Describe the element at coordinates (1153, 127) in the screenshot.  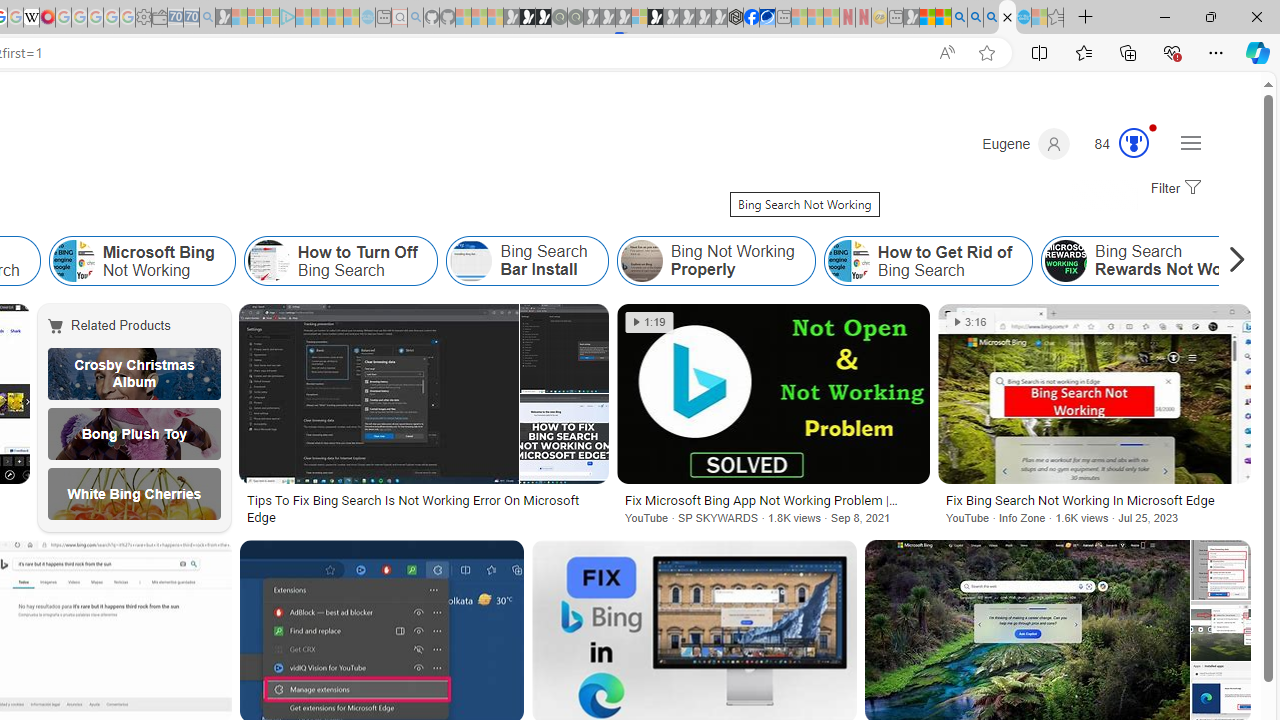
I see `'Animation'` at that location.